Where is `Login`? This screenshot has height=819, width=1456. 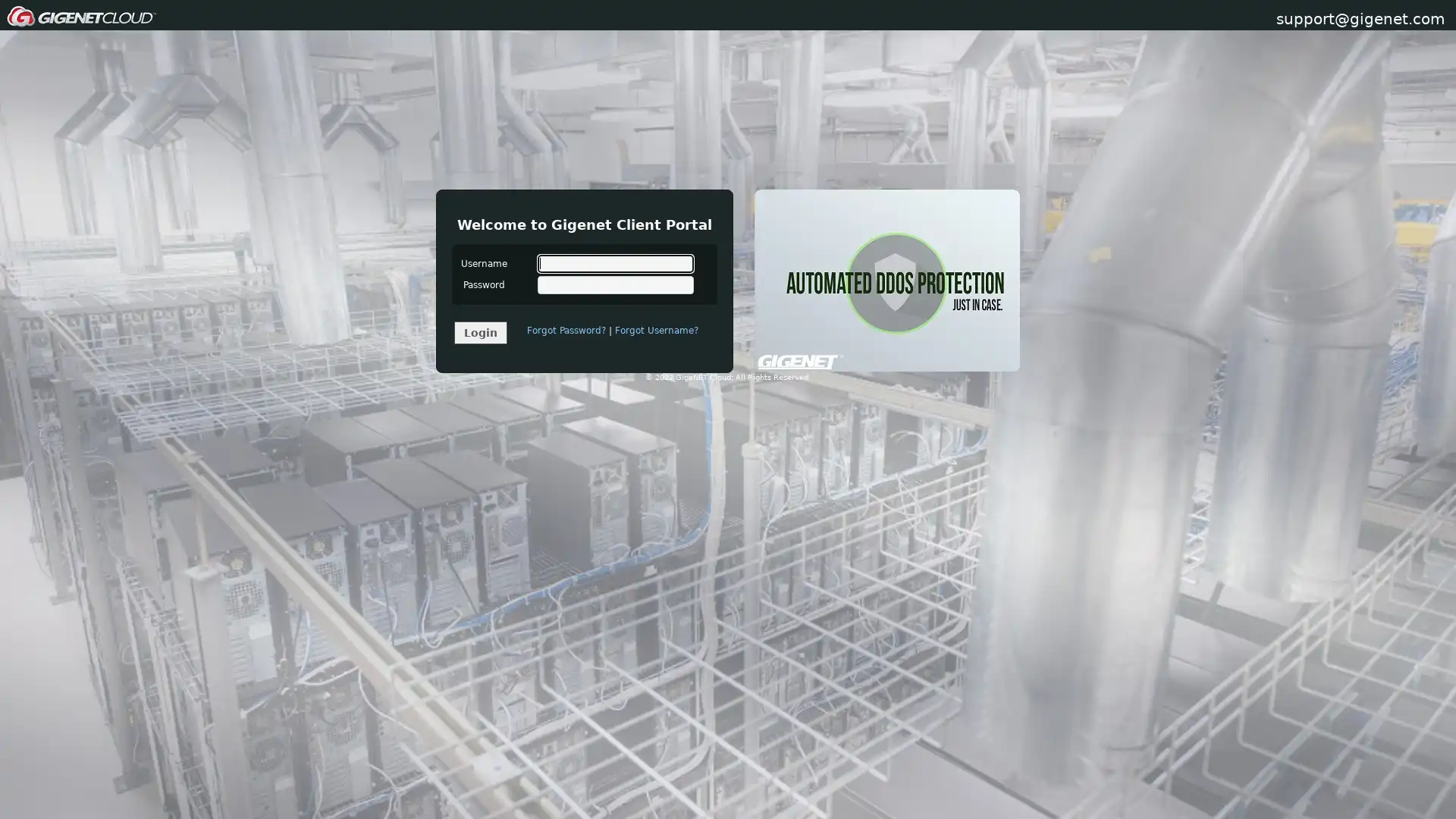
Login is located at coordinates (479, 331).